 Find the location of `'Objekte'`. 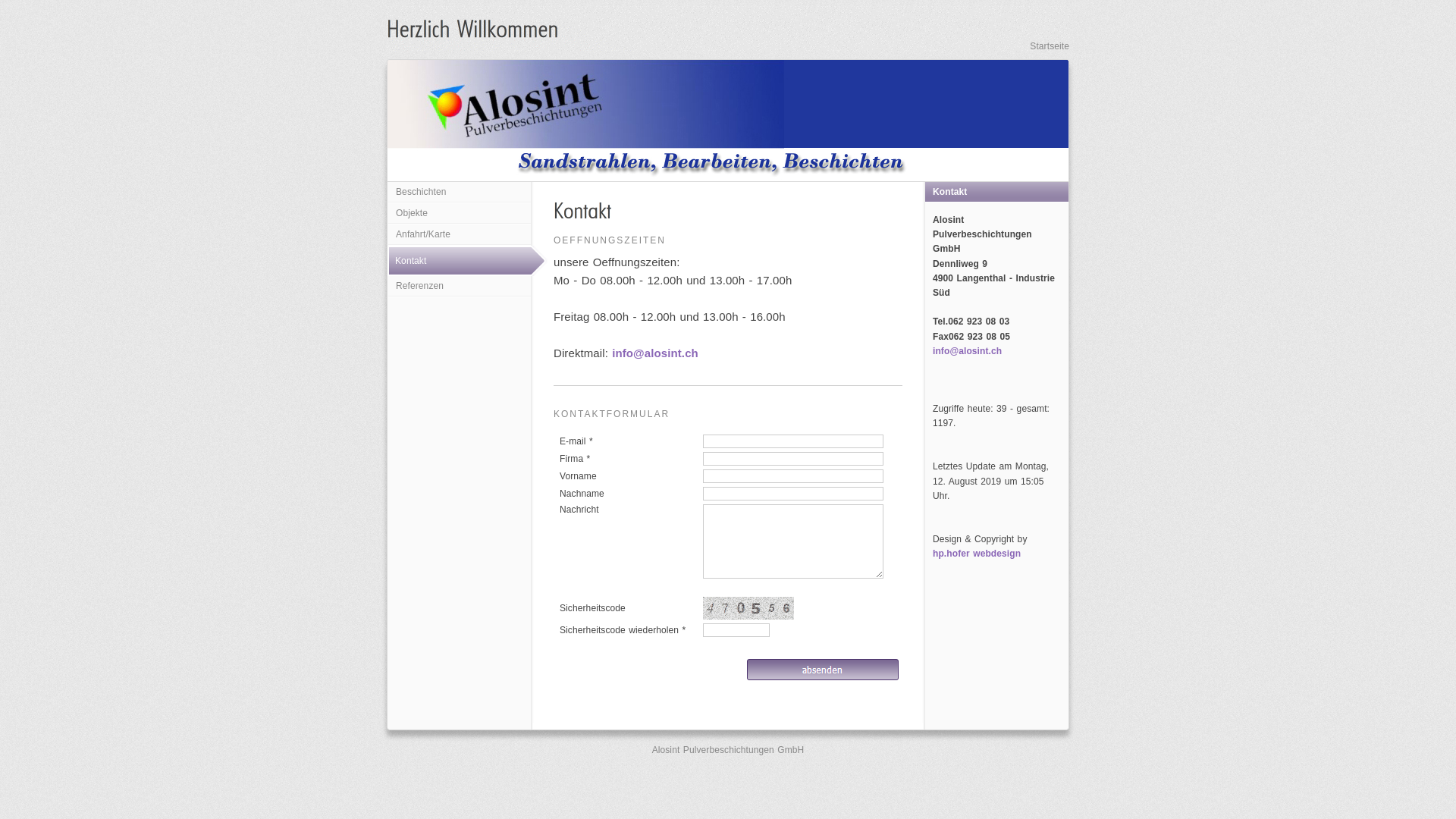

'Objekte' is located at coordinates (388, 213).